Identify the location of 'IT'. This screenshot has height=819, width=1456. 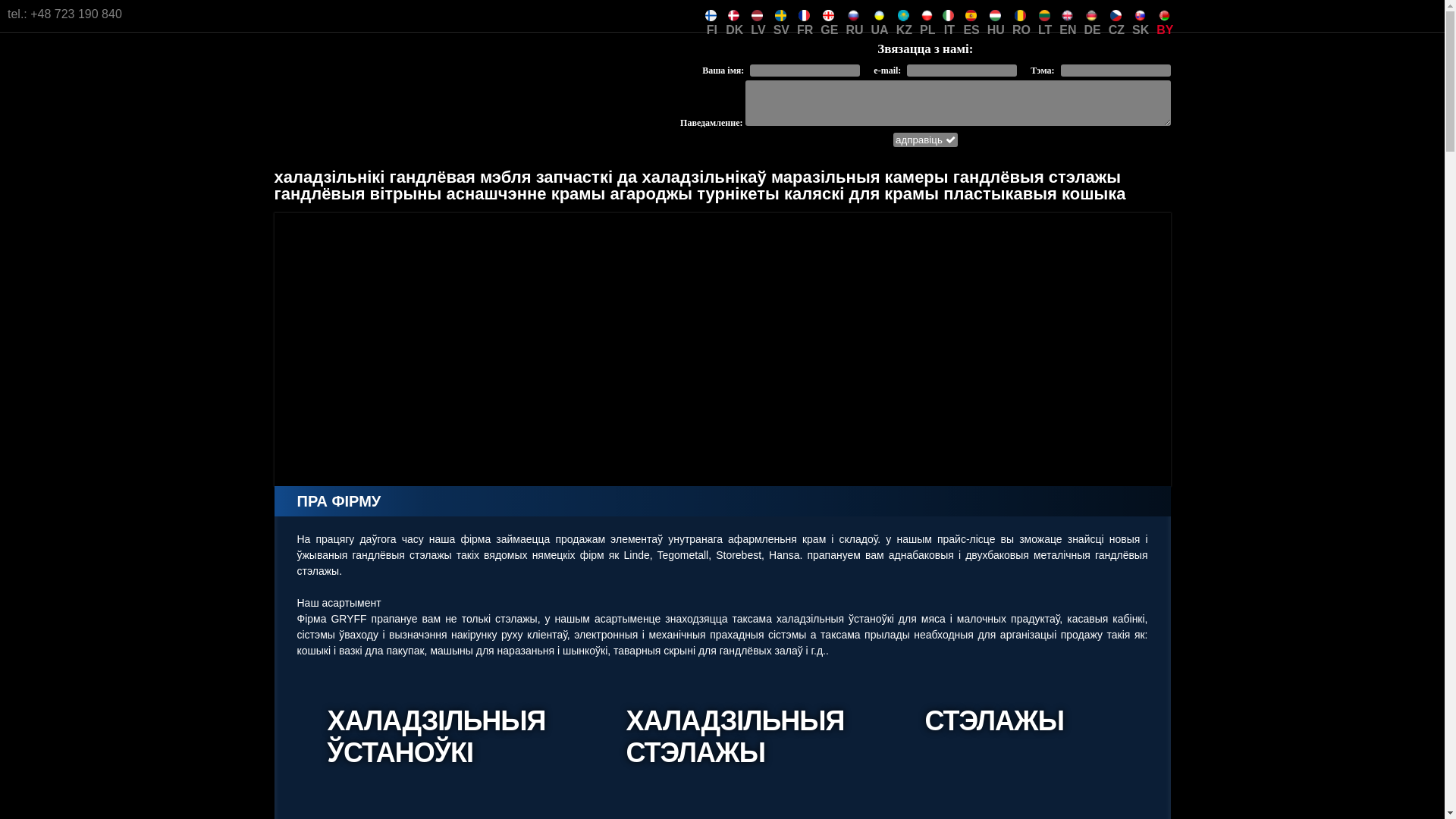
(948, 14).